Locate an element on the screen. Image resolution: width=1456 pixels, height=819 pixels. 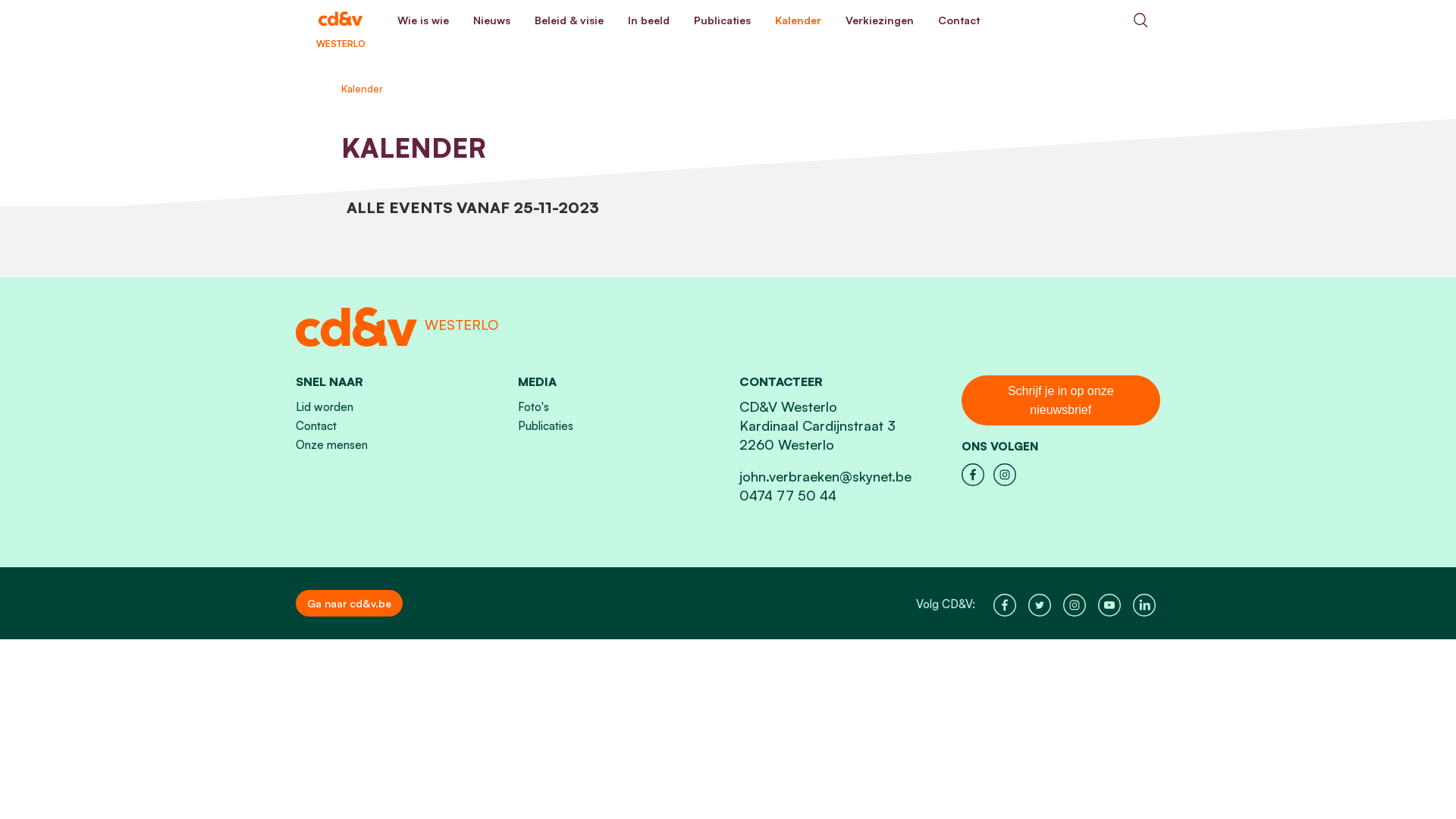
'Foto's' is located at coordinates (516, 406).